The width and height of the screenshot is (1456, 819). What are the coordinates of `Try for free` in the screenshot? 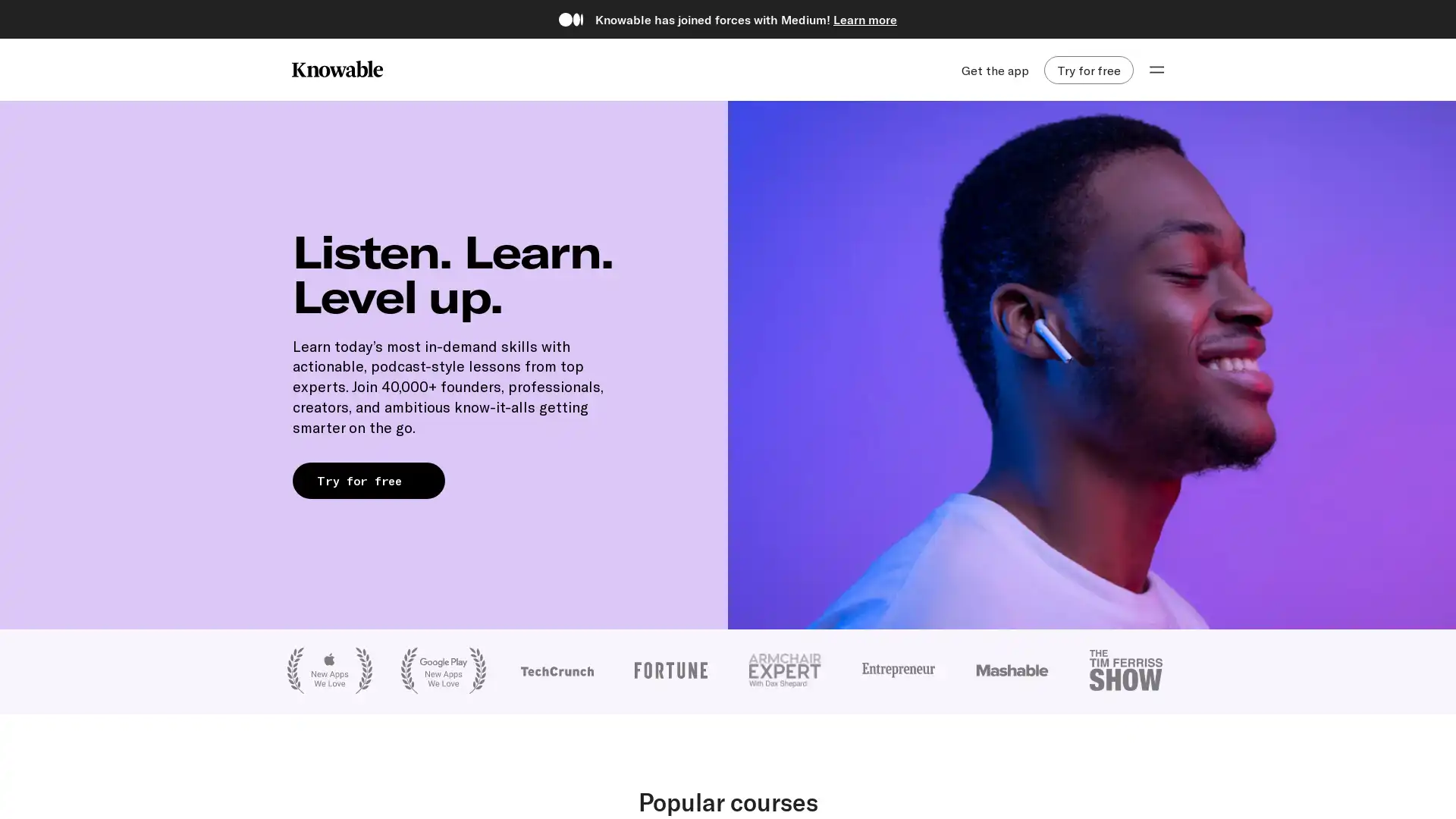 It's located at (368, 479).